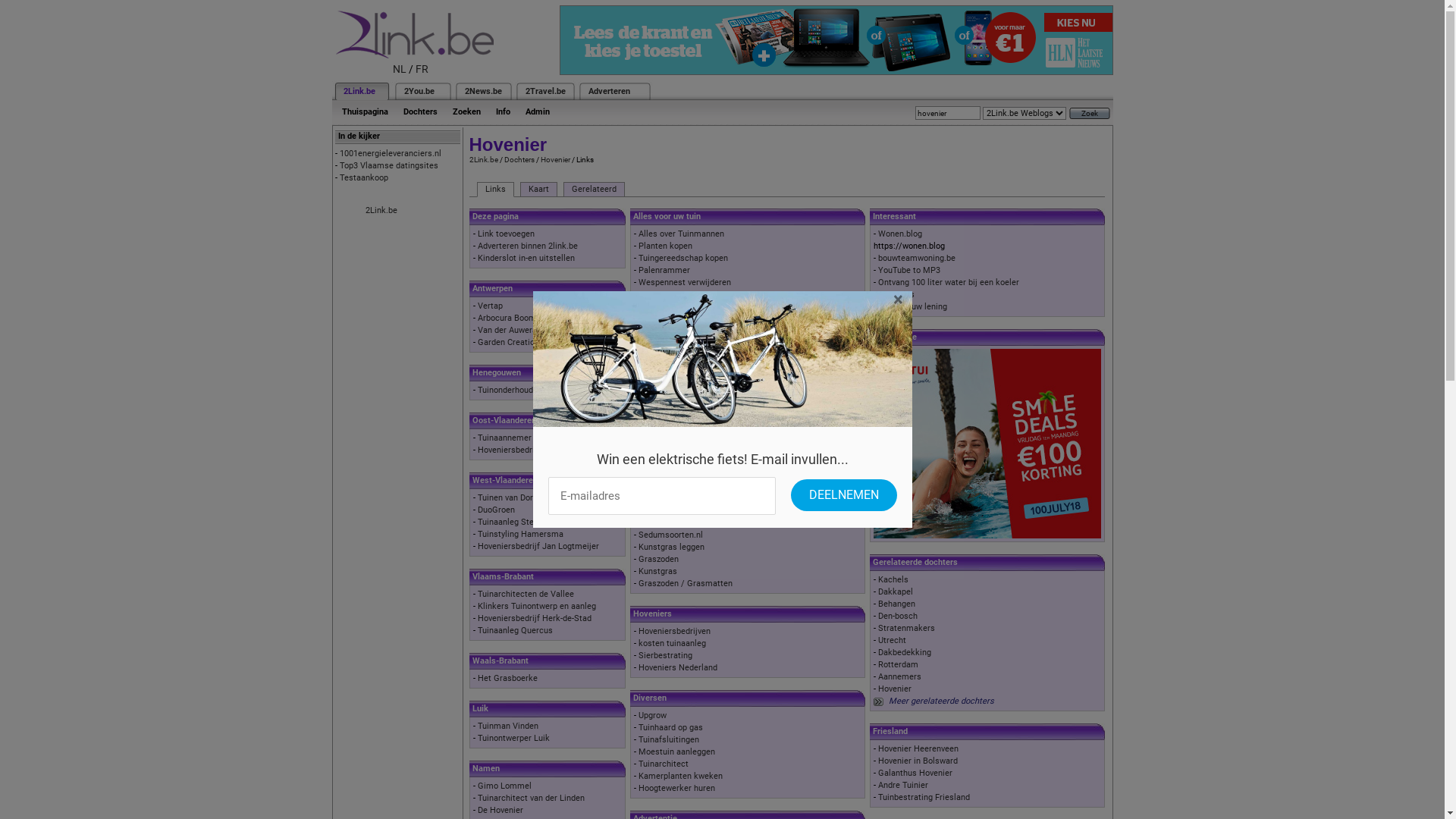  Describe the element at coordinates (476, 342) in the screenshot. I see `'Garden Creation BVBA'` at that location.